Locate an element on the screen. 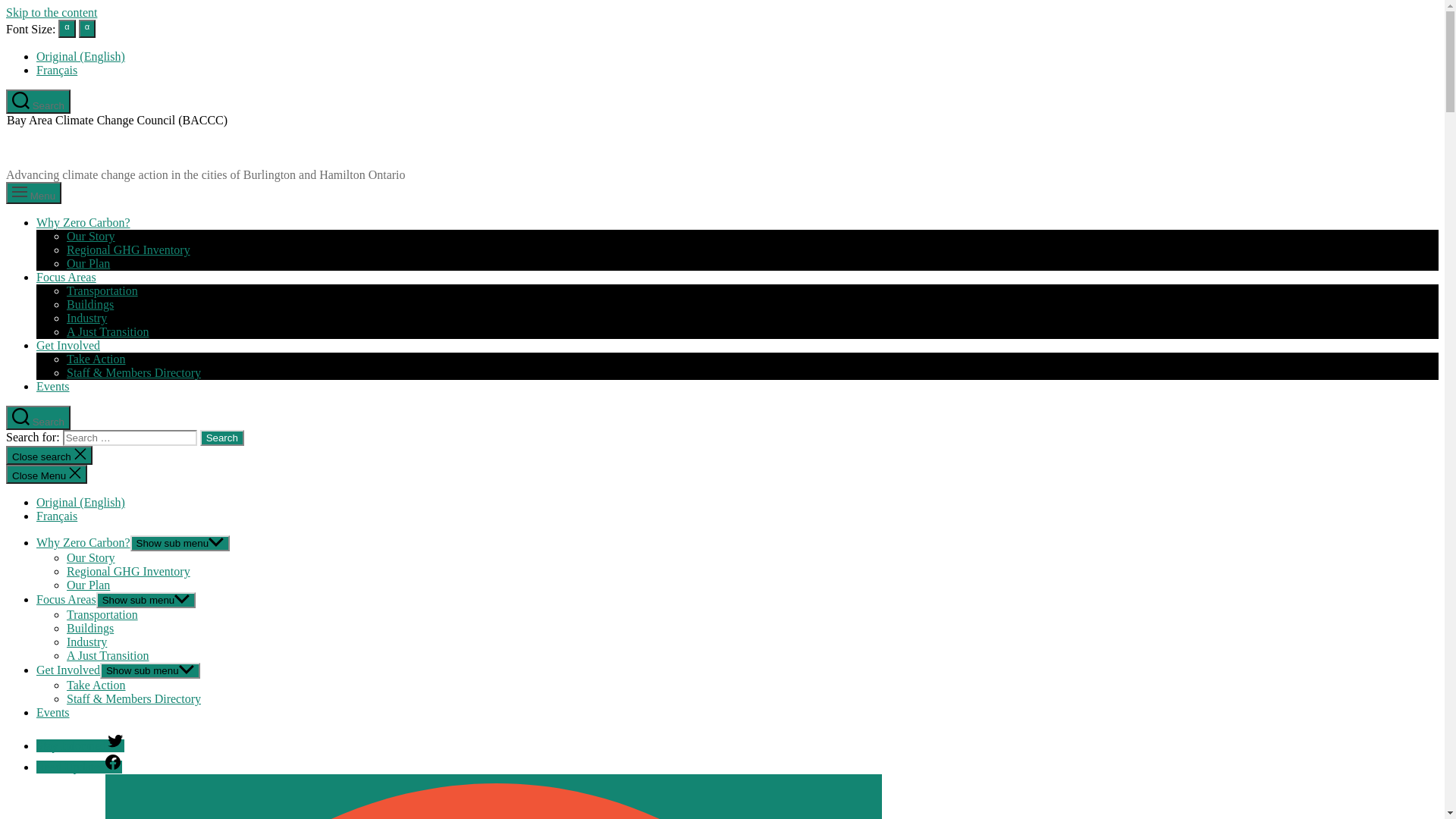 This screenshot has height=819, width=1456. 'Search' is located at coordinates (38, 102).